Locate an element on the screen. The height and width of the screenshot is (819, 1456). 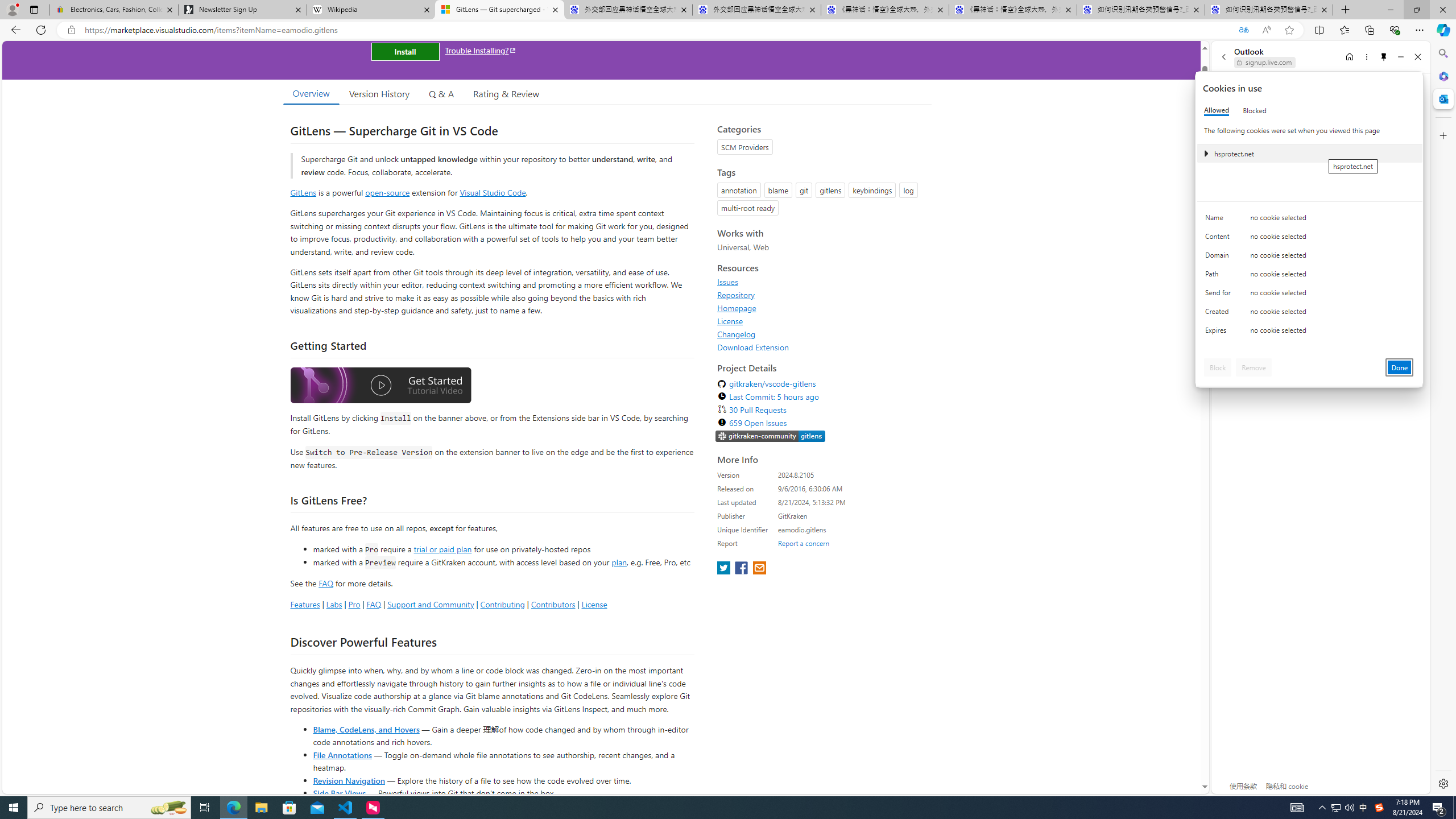
'Expires' is located at coordinates (1219, 333).